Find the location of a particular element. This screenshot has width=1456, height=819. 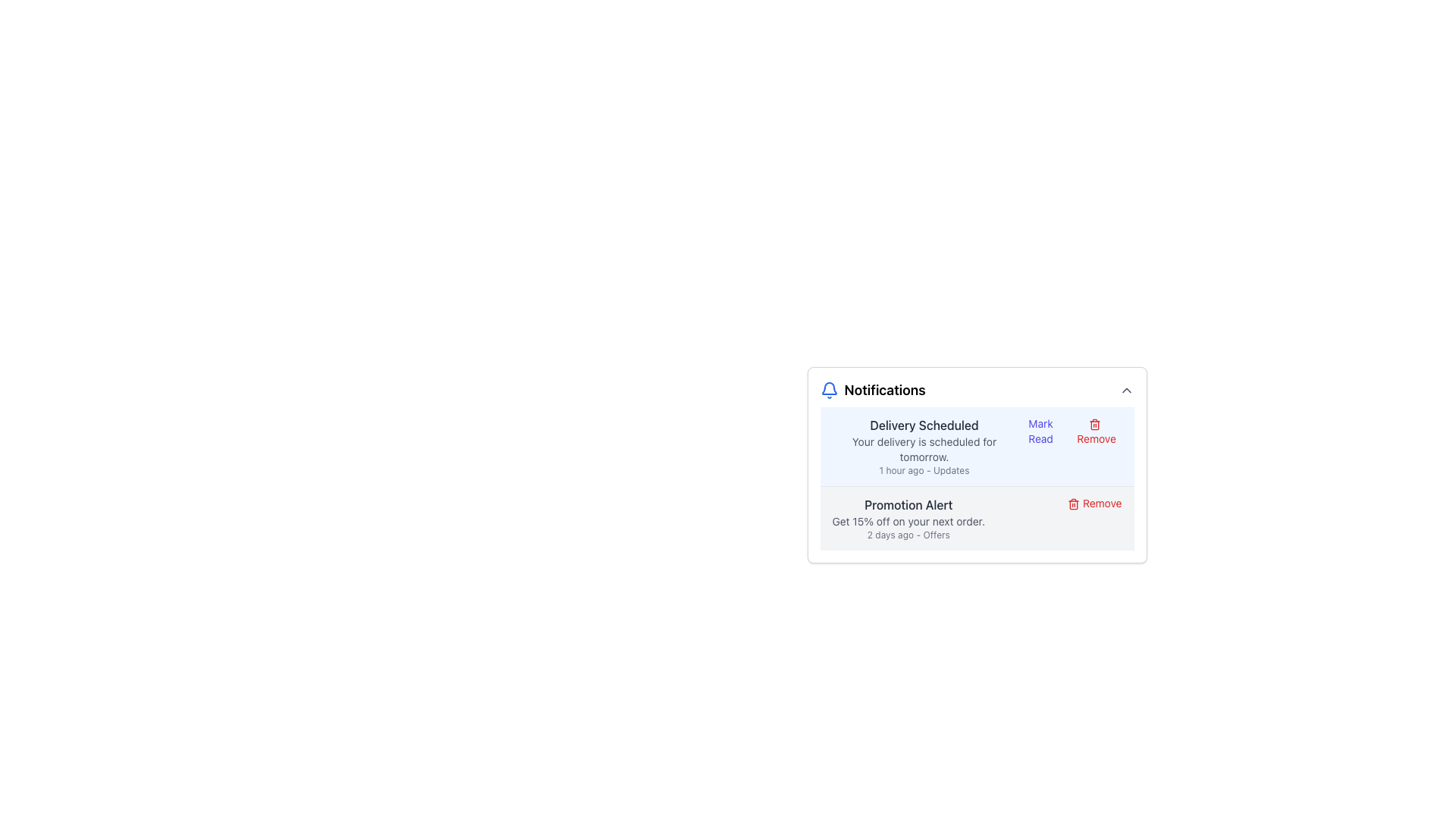

the 'Remove' button in the group of buttons located to the right of the 'Delivery Scheduled' notification is located at coordinates (1068, 431).